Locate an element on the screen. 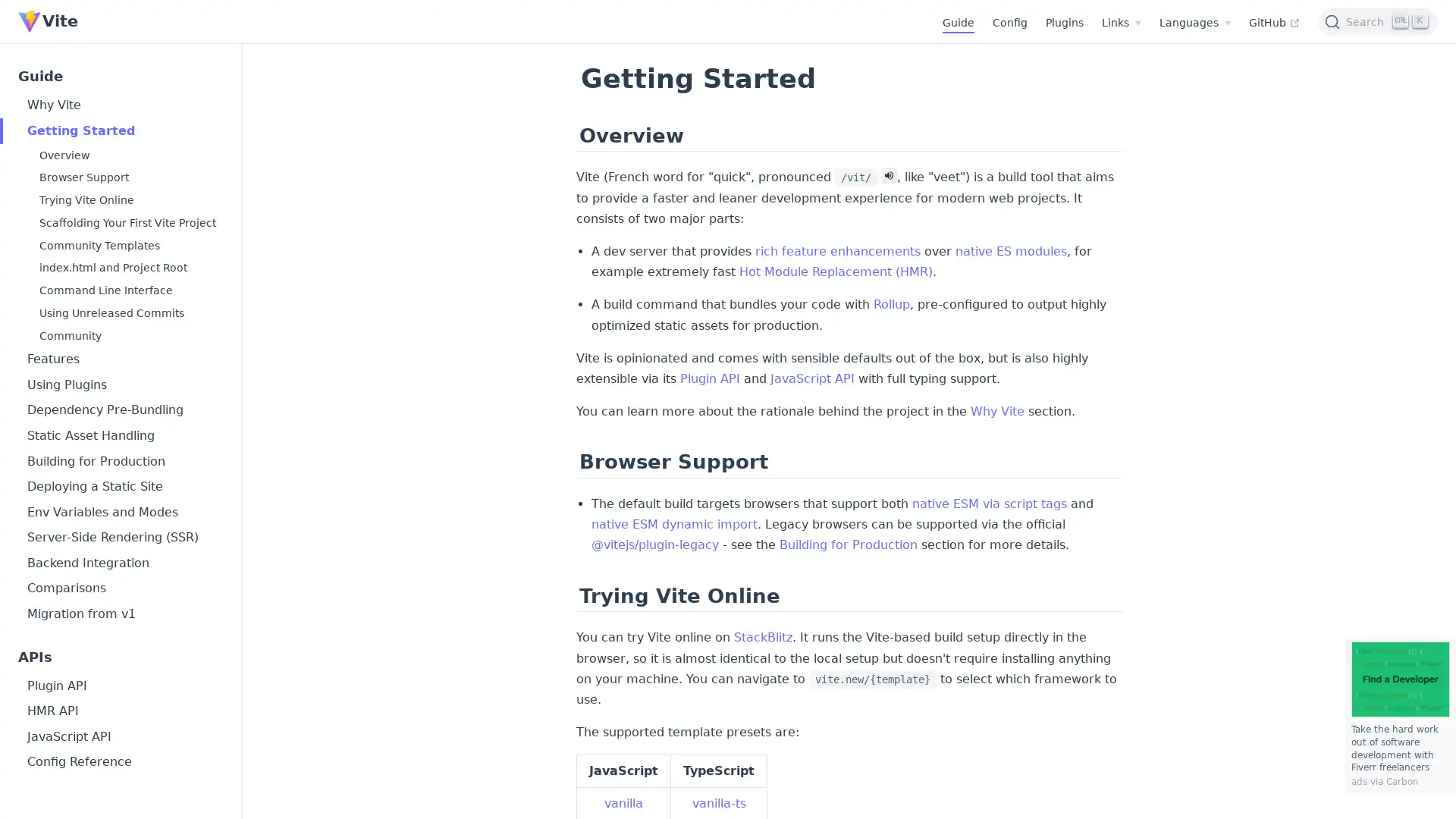  Search is located at coordinates (1378, 20).